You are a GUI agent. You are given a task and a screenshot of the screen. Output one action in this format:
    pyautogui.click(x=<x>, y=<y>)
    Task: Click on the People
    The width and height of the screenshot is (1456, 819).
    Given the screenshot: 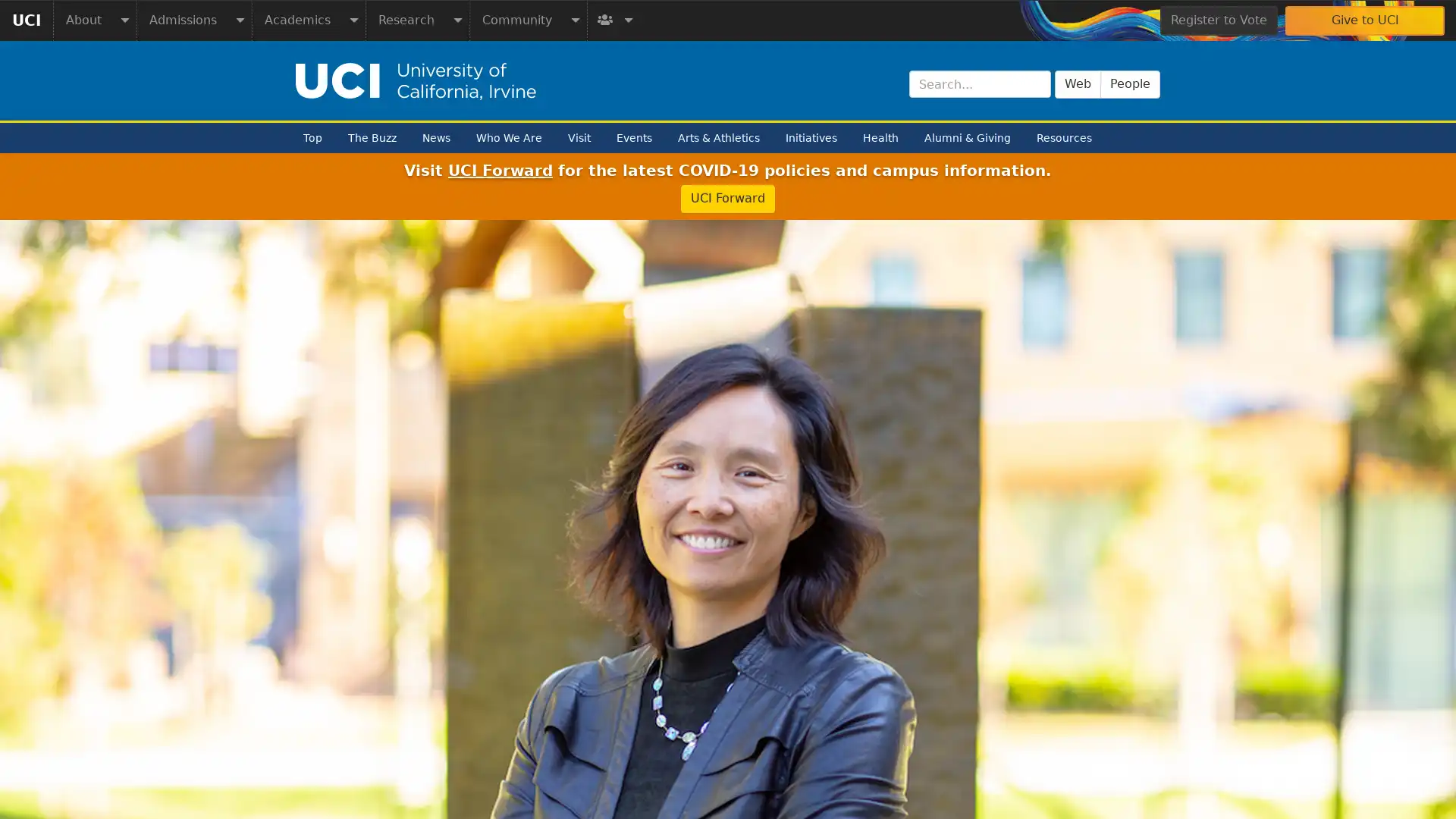 What is the action you would take?
    pyautogui.click(x=1130, y=83)
    